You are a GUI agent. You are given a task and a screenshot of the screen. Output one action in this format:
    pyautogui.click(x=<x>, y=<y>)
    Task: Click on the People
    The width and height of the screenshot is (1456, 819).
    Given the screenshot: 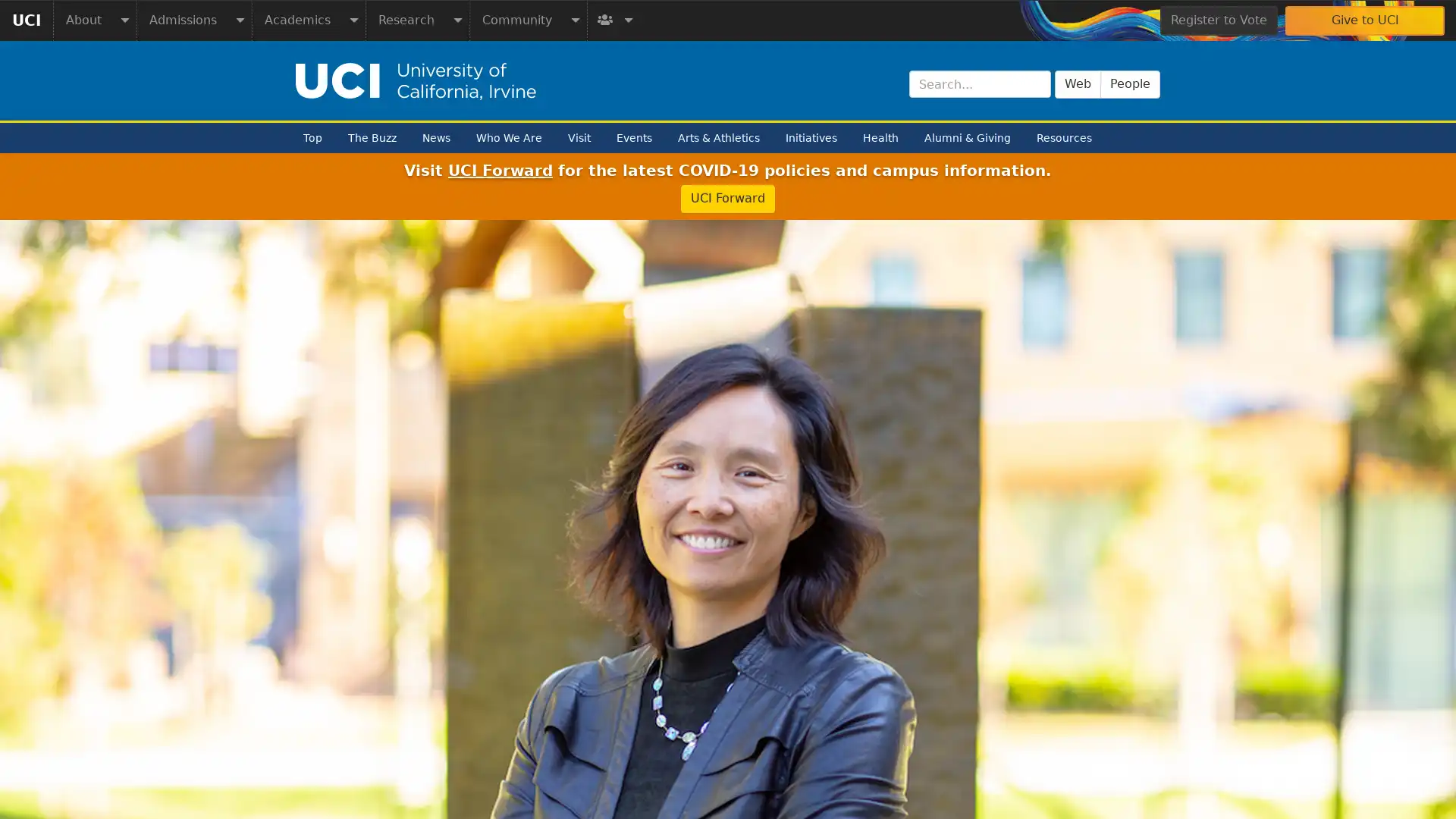 What is the action you would take?
    pyautogui.click(x=1130, y=83)
    